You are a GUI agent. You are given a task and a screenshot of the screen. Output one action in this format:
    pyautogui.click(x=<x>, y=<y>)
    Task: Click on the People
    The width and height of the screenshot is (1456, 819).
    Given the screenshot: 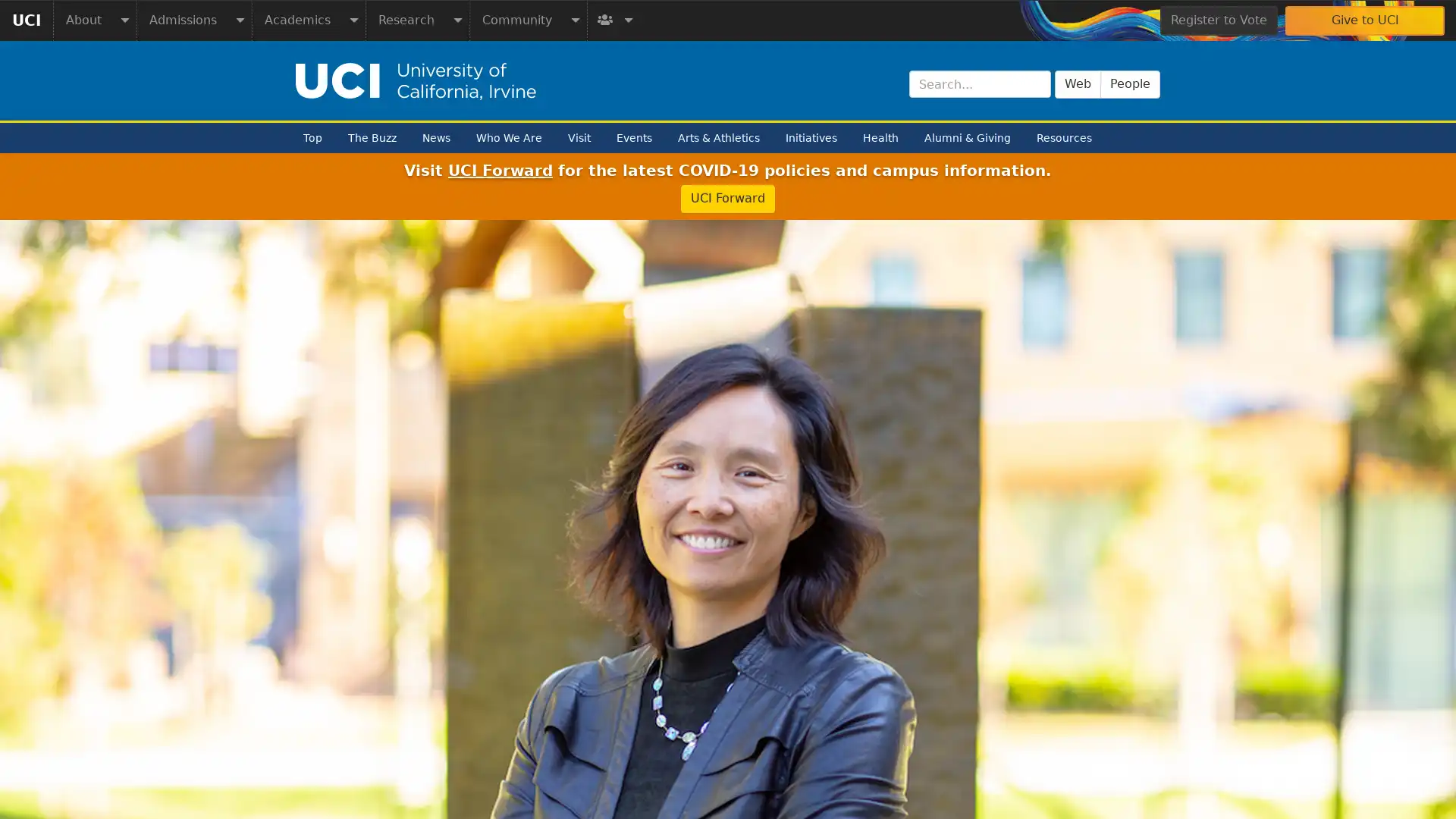 What is the action you would take?
    pyautogui.click(x=1130, y=83)
    